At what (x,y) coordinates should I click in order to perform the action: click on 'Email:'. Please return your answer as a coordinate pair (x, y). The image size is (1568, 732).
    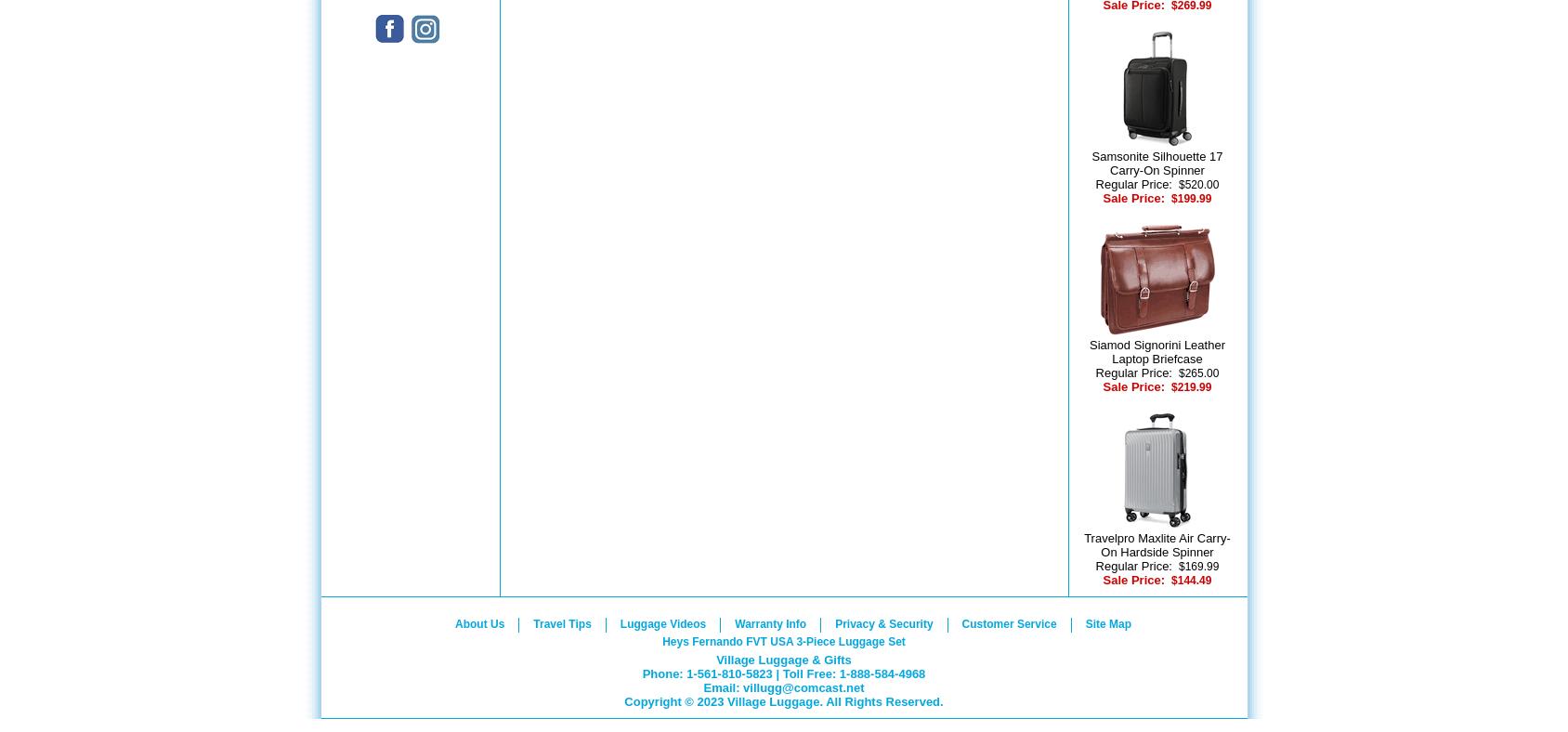
    Looking at the image, I should click on (723, 687).